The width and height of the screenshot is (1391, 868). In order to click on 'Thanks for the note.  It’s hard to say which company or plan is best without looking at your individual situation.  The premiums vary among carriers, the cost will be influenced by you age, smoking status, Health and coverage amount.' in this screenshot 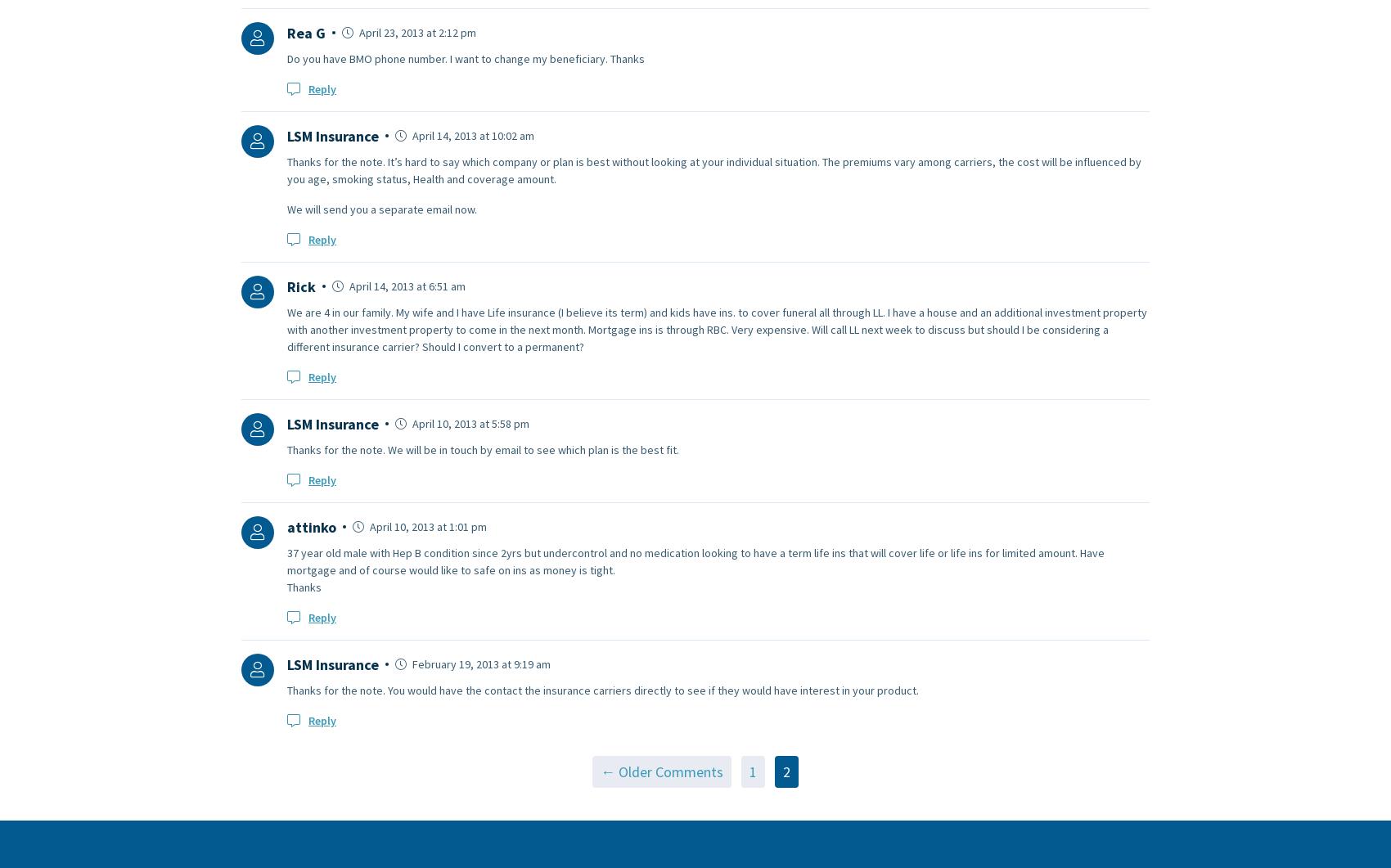, I will do `click(286, 169)`.